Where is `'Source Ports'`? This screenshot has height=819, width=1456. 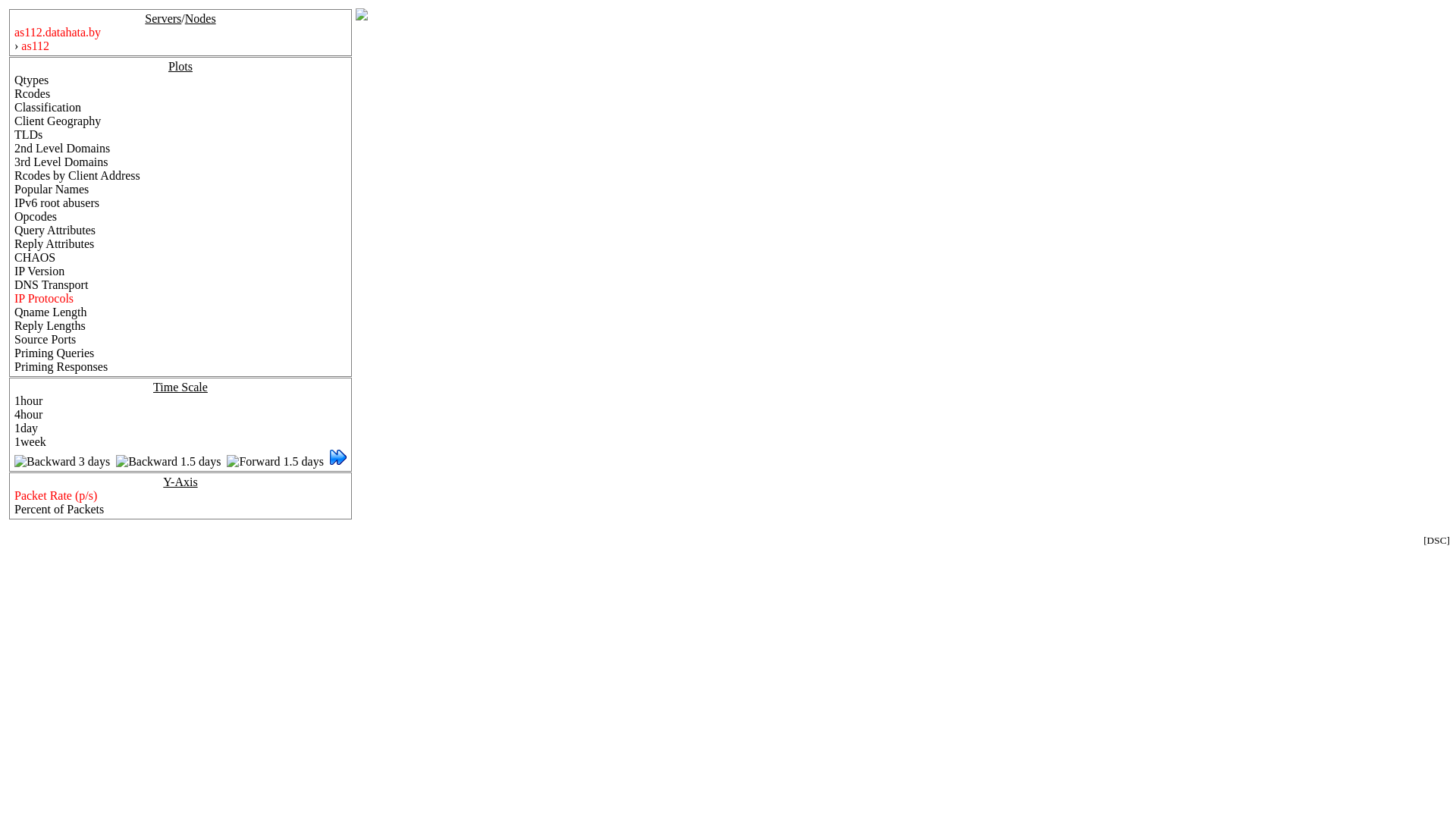
'Source Ports' is located at coordinates (14, 338).